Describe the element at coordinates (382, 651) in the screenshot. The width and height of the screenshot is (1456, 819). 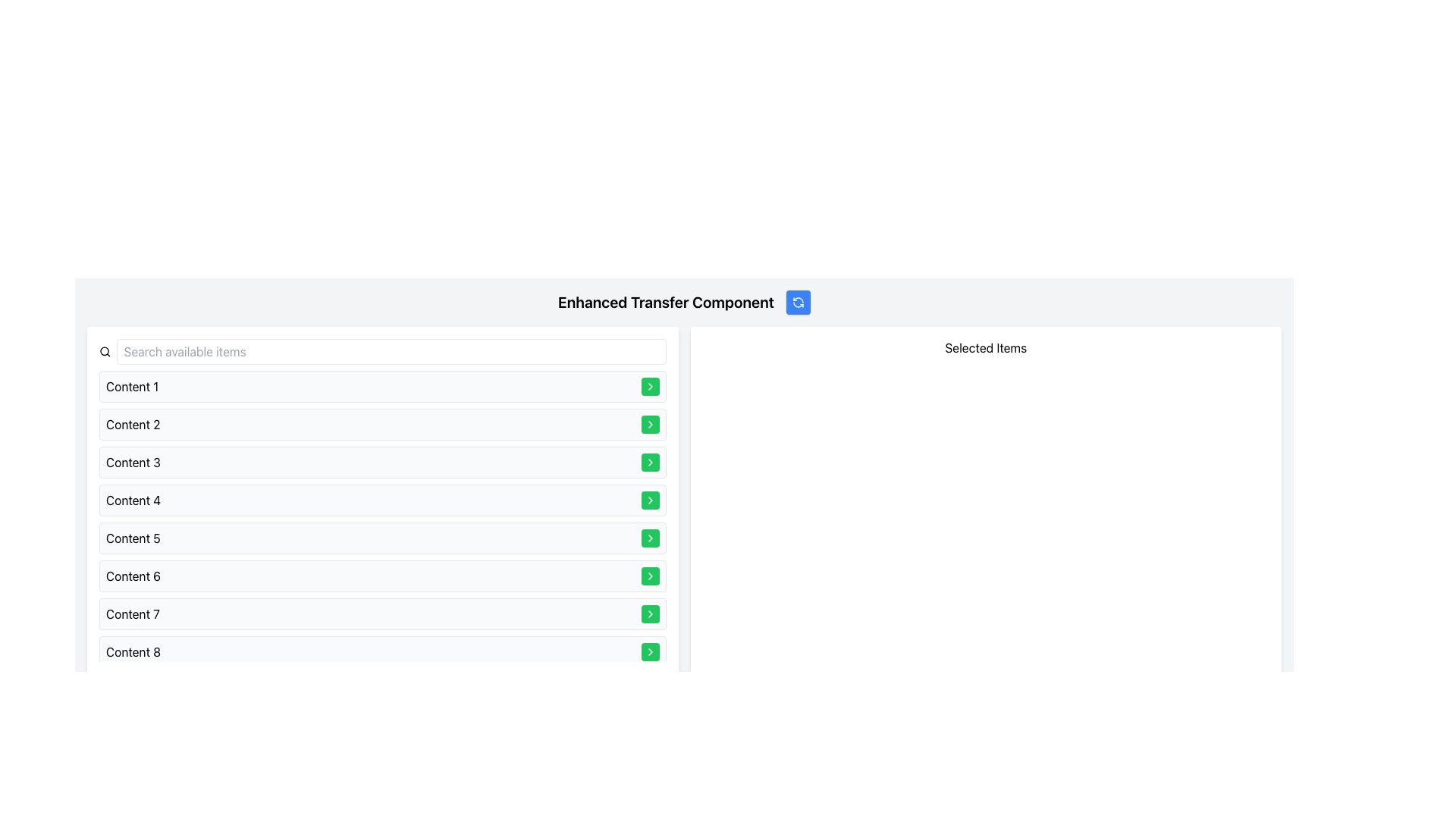
I see `the green button of the interactive list item representing 'Content 8'` at that location.